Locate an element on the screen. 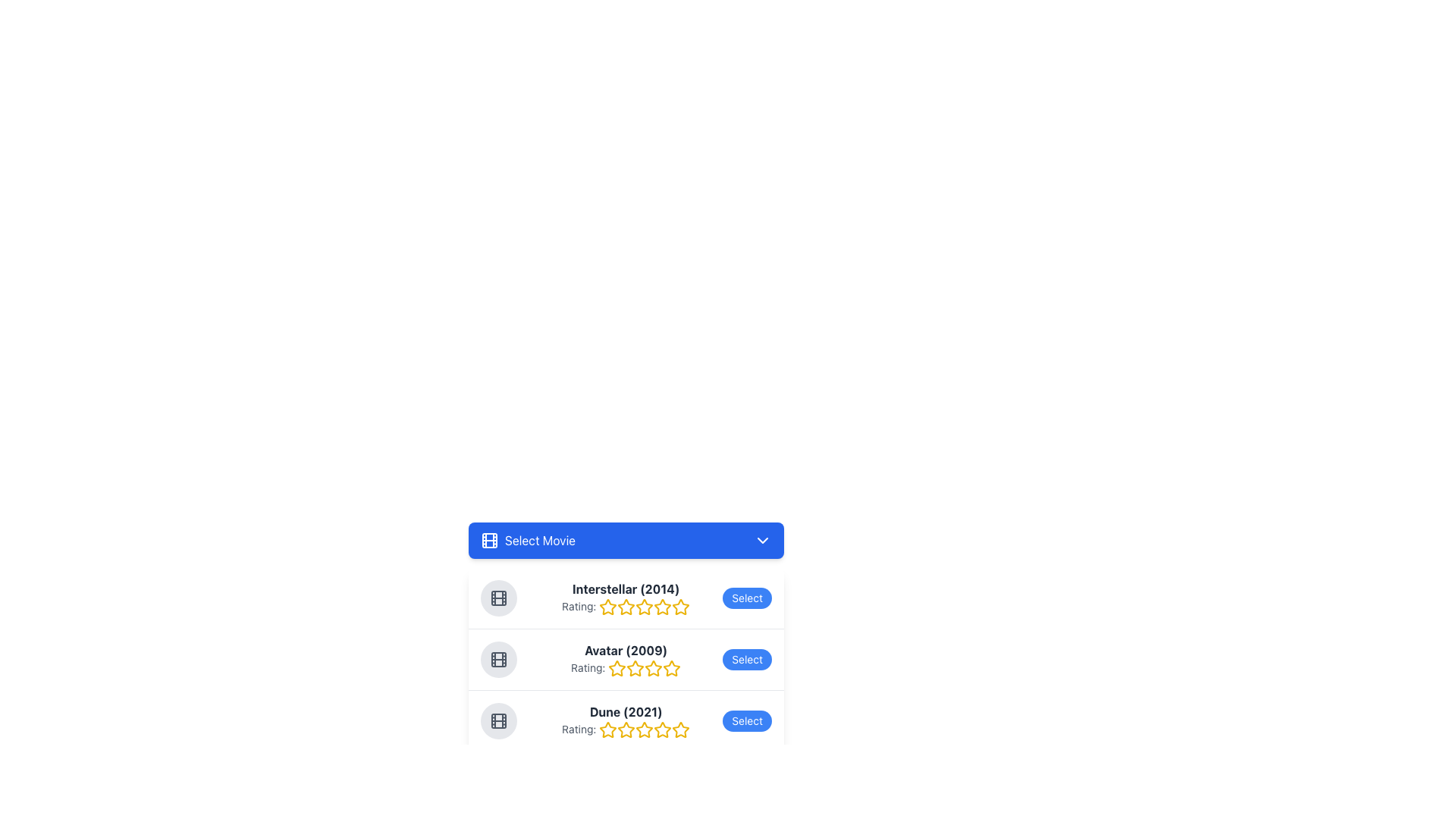 The height and width of the screenshot is (819, 1456). the informational label with the visual rating control, which is the second item in the vertically organized list between 'Interstellar (2014)' and 'Dune (2021)', for selection is located at coordinates (626, 659).